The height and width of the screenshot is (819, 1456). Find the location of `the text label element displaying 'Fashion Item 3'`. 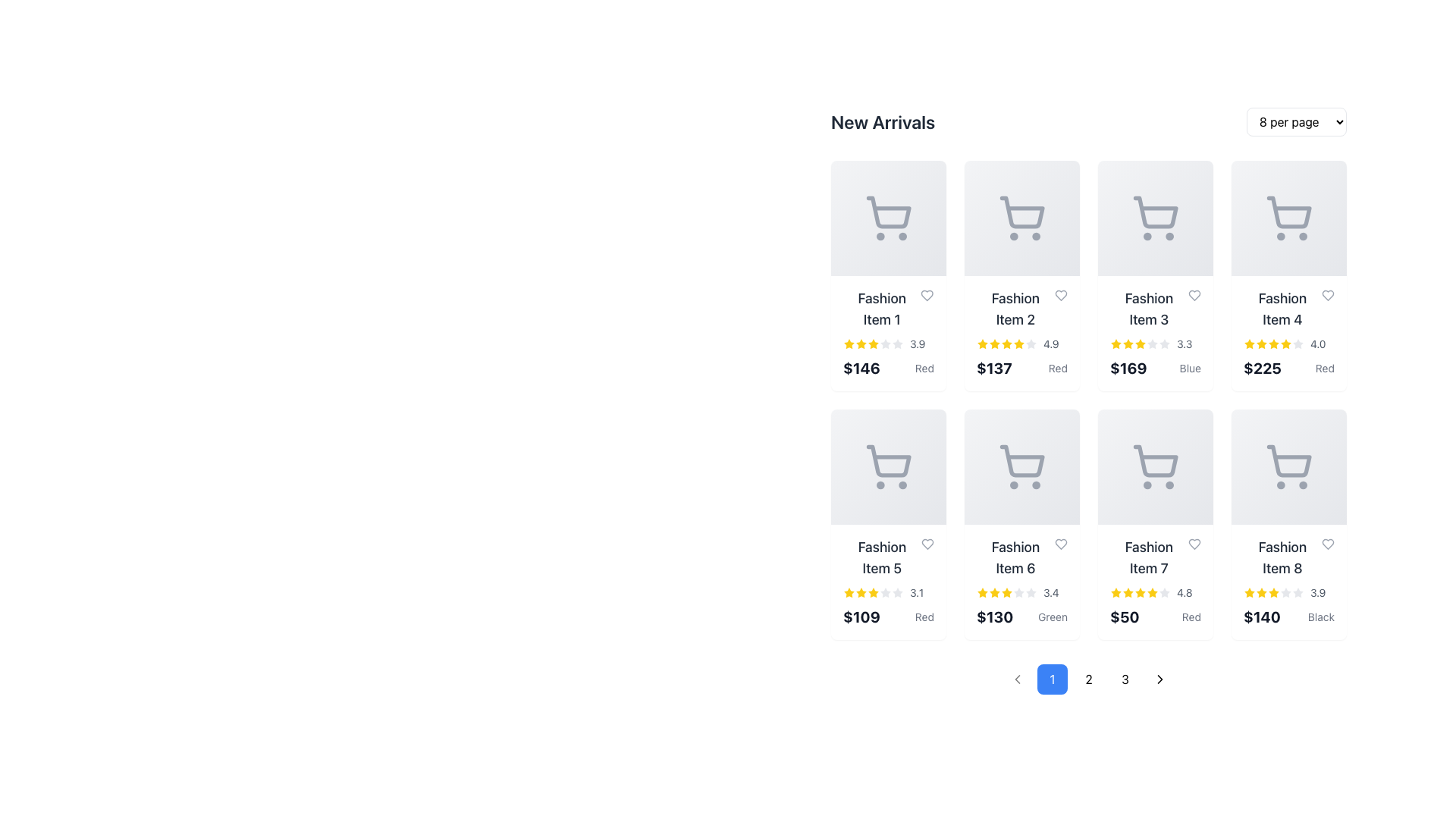

the text label element displaying 'Fashion Item 3' is located at coordinates (1154, 309).